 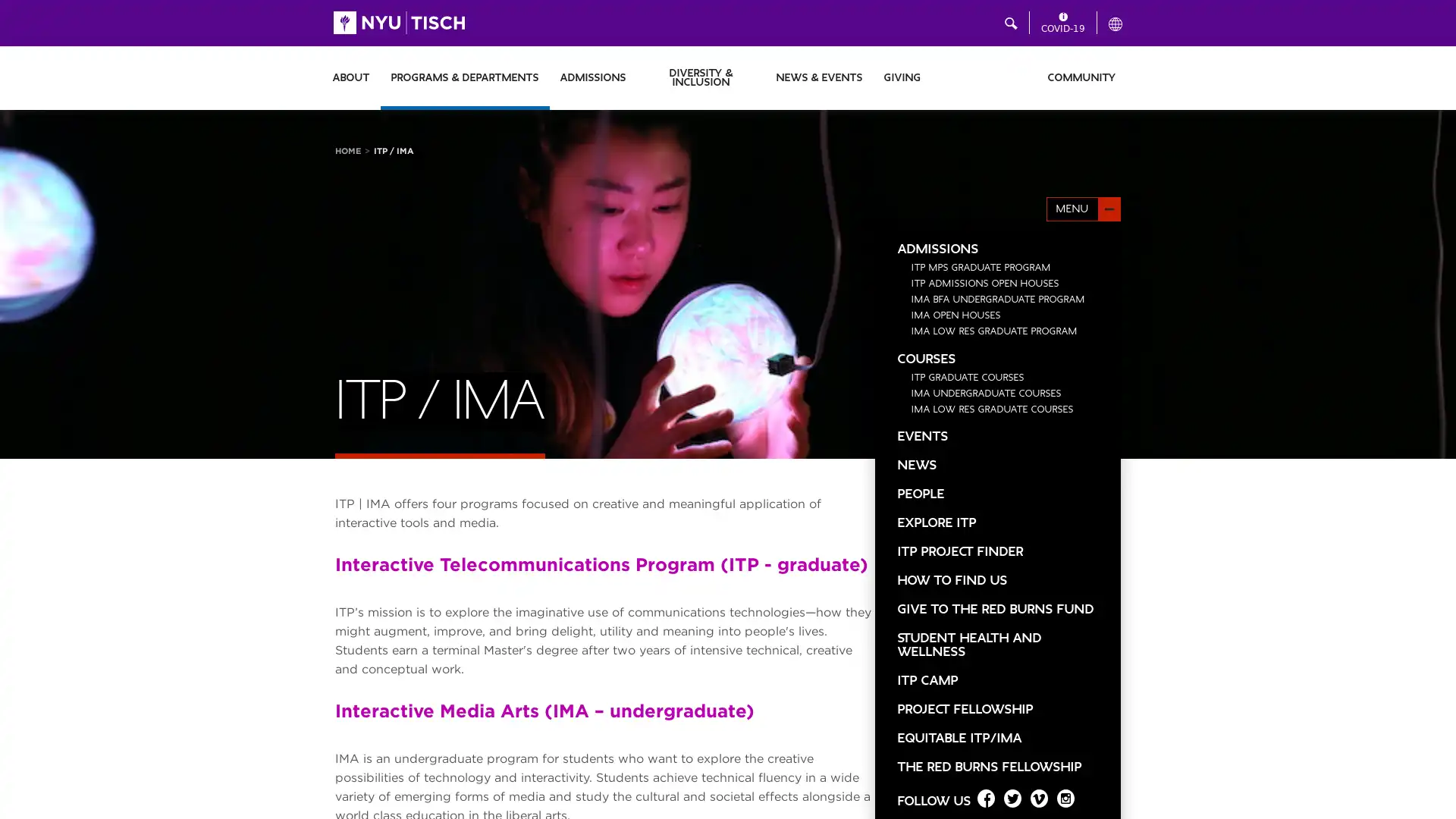 I want to click on Search, so click(x=930, y=23).